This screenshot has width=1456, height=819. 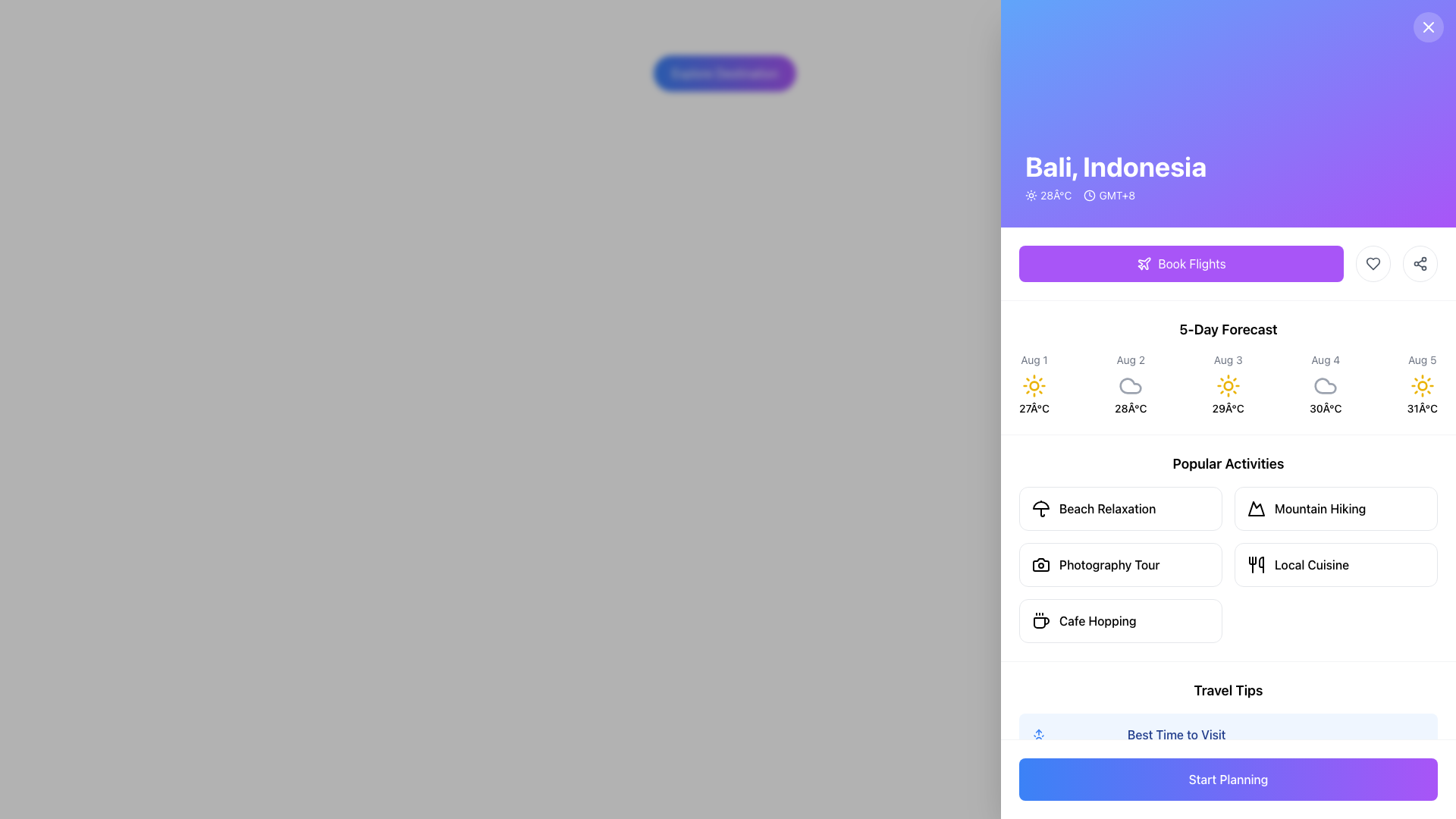 What do you see at coordinates (1325, 408) in the screenshot?
I see `the text label displaying '30°C' located beneath the weather icon in the weather forecast card for the day 'Aug 4'` at bounding box center [1325, 408].